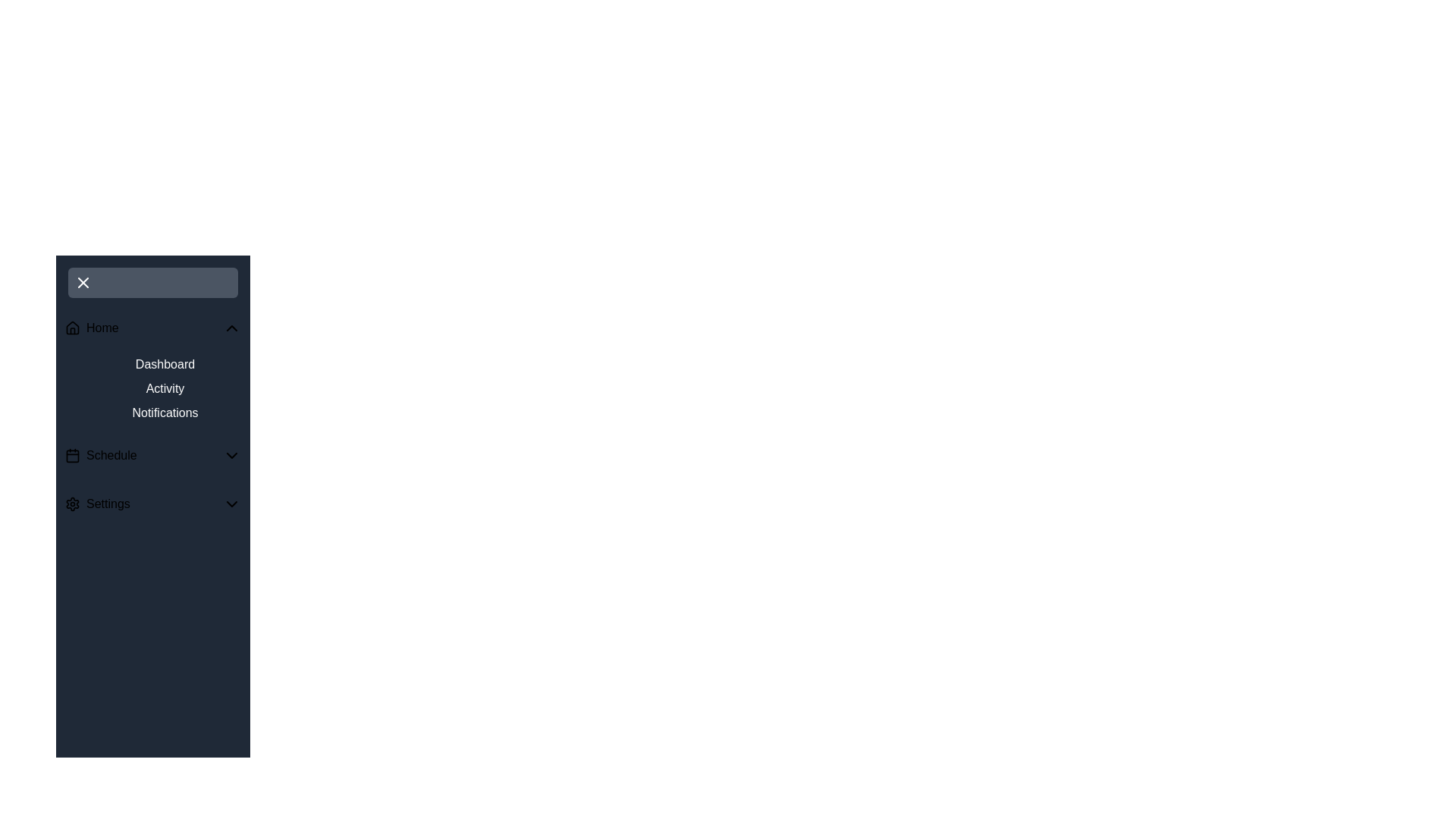 The height and width of the screenshot is (819, 1456). Describe the element at coordinates (152, 504) in the screenshot. I see `the 'Settings' menu entry in the navigation panel using keyboard arrows` at that location.